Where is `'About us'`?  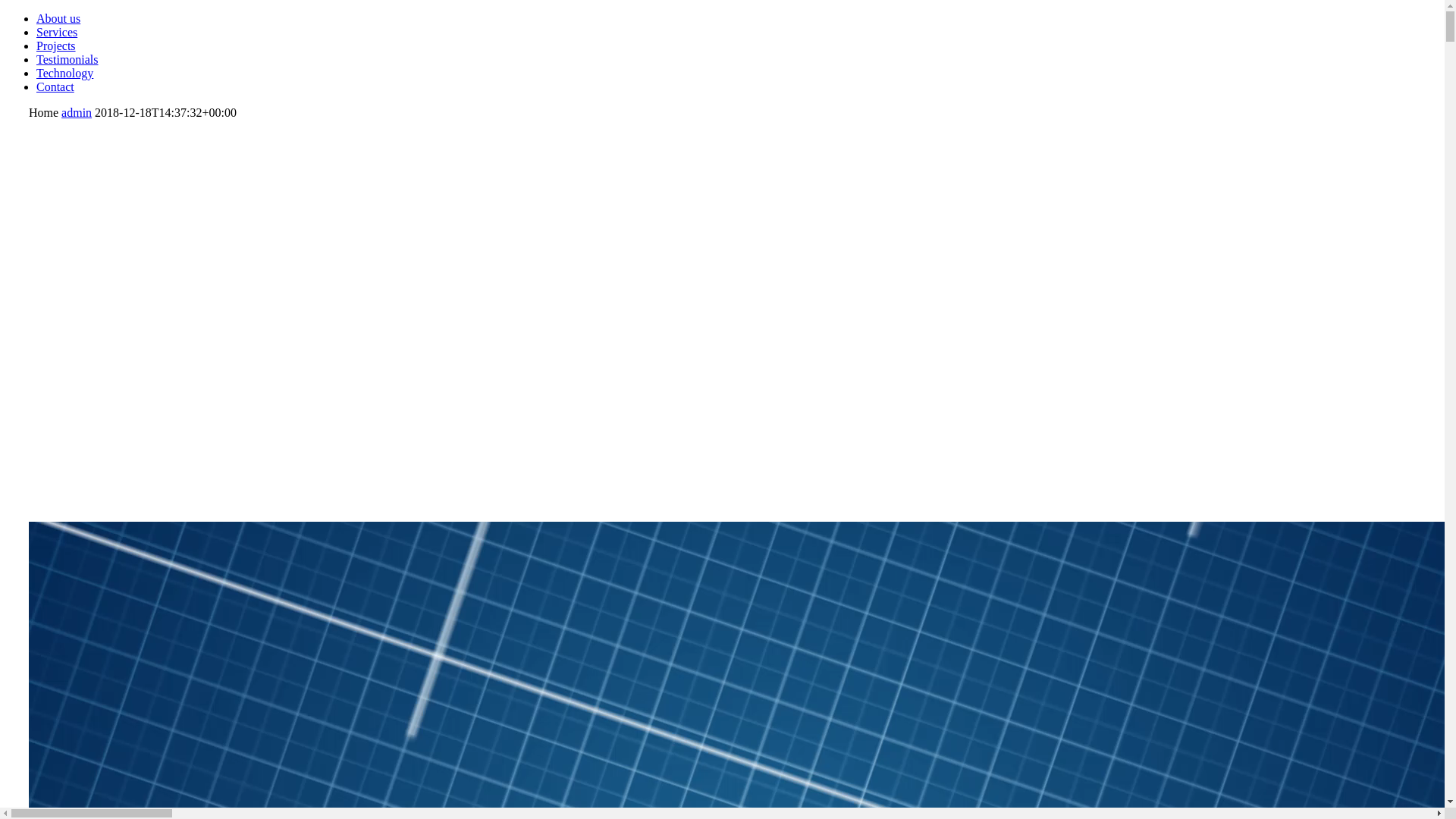 'About us' is located at coordinates (58, 18).